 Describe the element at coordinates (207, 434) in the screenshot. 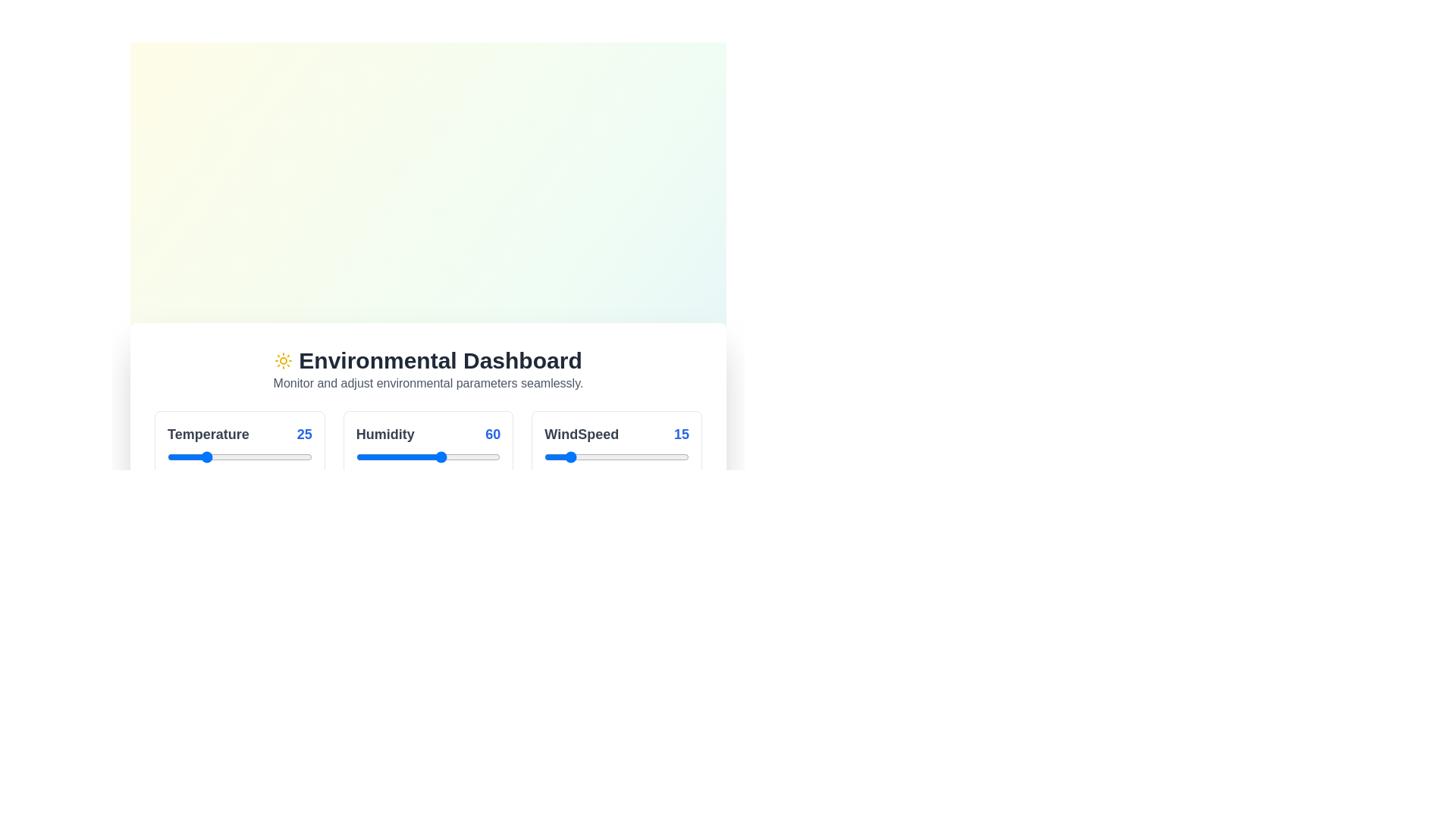

I see `the 'Temperature' text label, which is styled in a bold, large font and located to the left of the numeric value '25' and above the slider control` at that location.